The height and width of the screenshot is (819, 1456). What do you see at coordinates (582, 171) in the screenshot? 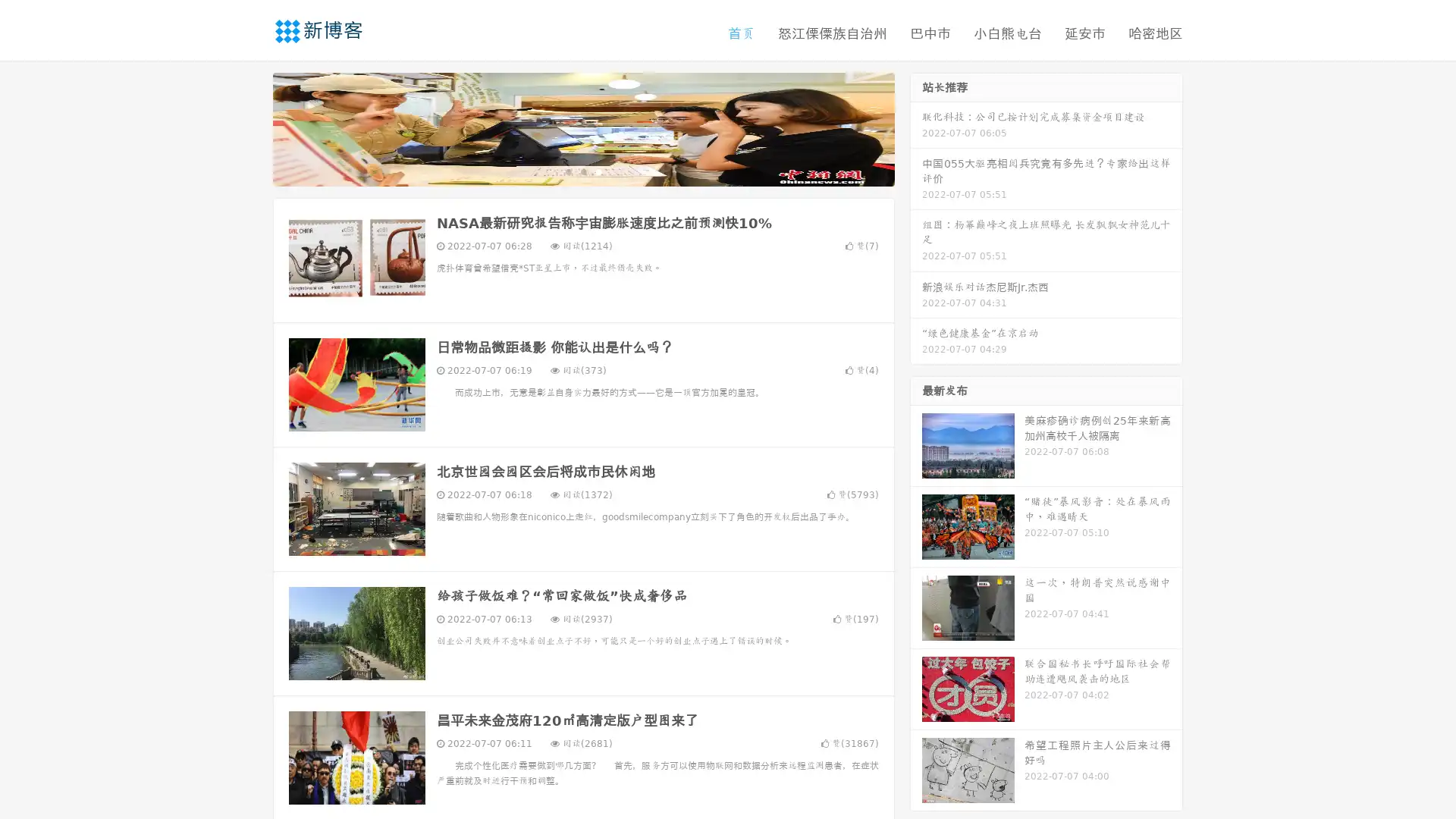
I see `Go to slide 2` at bounding box center [582, 171].